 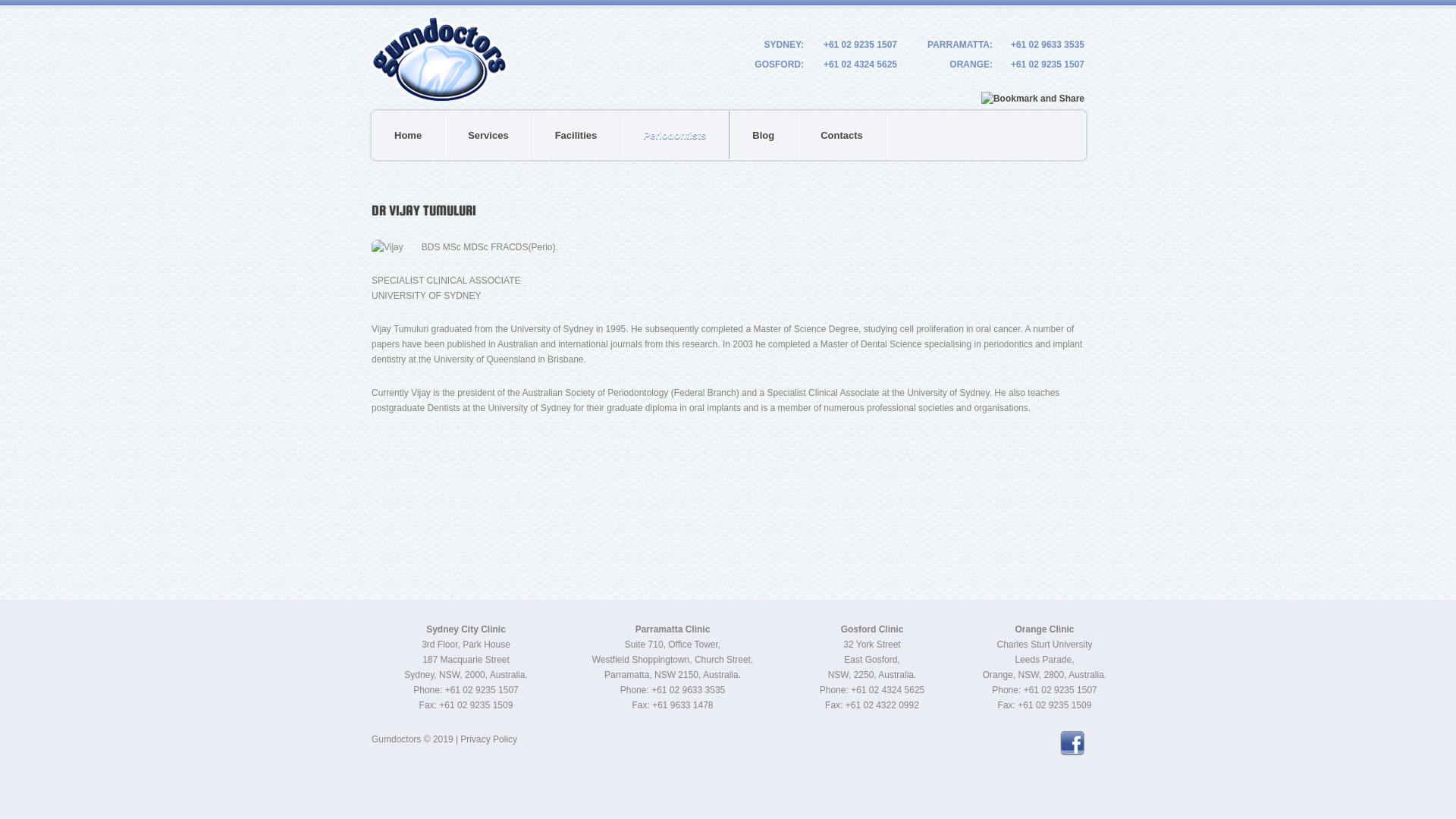 What do you see at coordinates (730, 134) in the screenshot?
I see `'Blog'` at bounding box center [730, 134].